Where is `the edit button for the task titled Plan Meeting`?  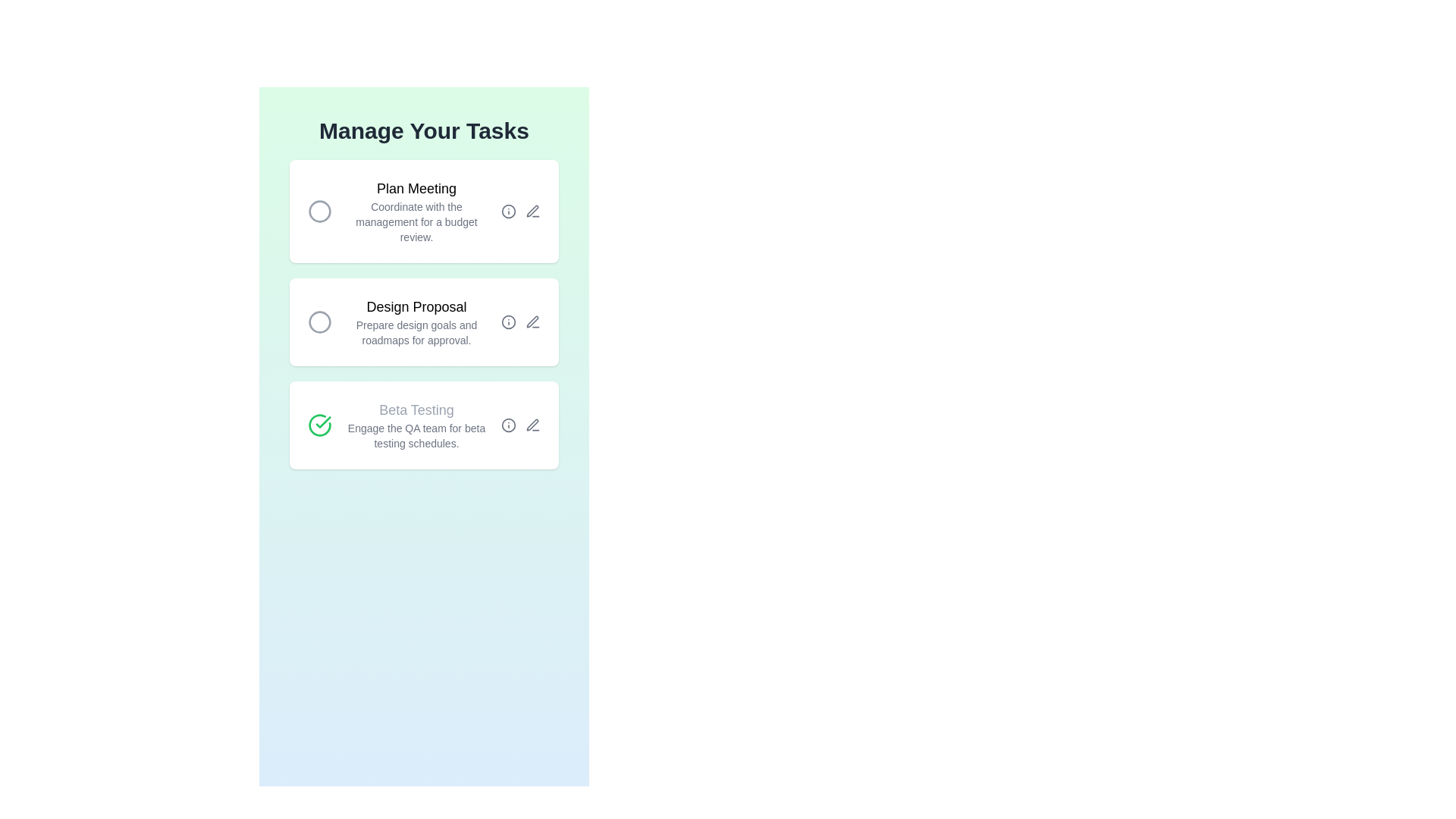
the edit button for the task titled Plan Meeting is located at coordinates (532, 211).